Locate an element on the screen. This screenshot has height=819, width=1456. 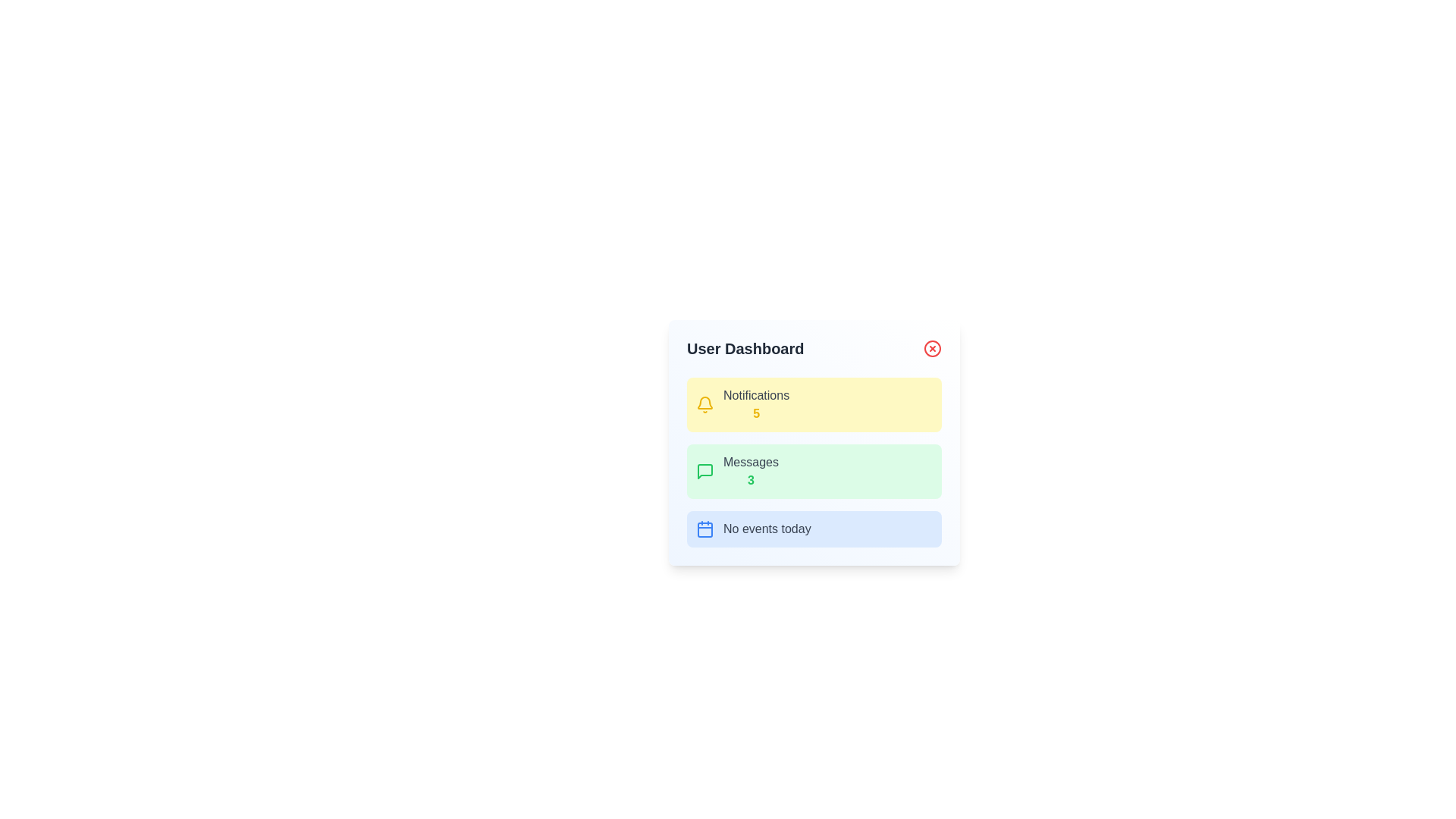
text displayed in the header of the card-like structure, which serves as the title for the underlying content is located at coordinates (745, 348).